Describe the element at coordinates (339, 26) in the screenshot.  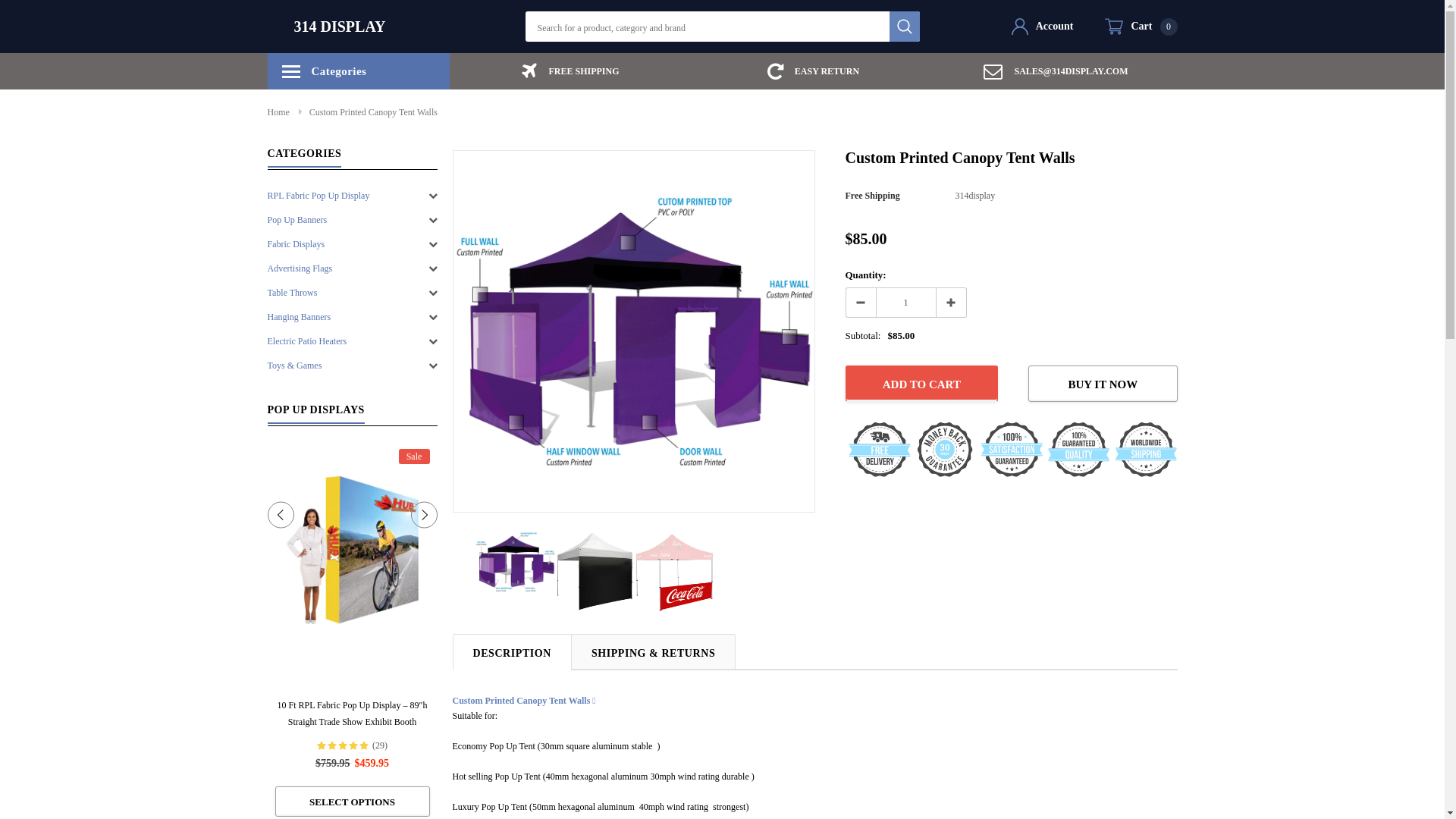
I see `'314 DISPLAY'` at that location.